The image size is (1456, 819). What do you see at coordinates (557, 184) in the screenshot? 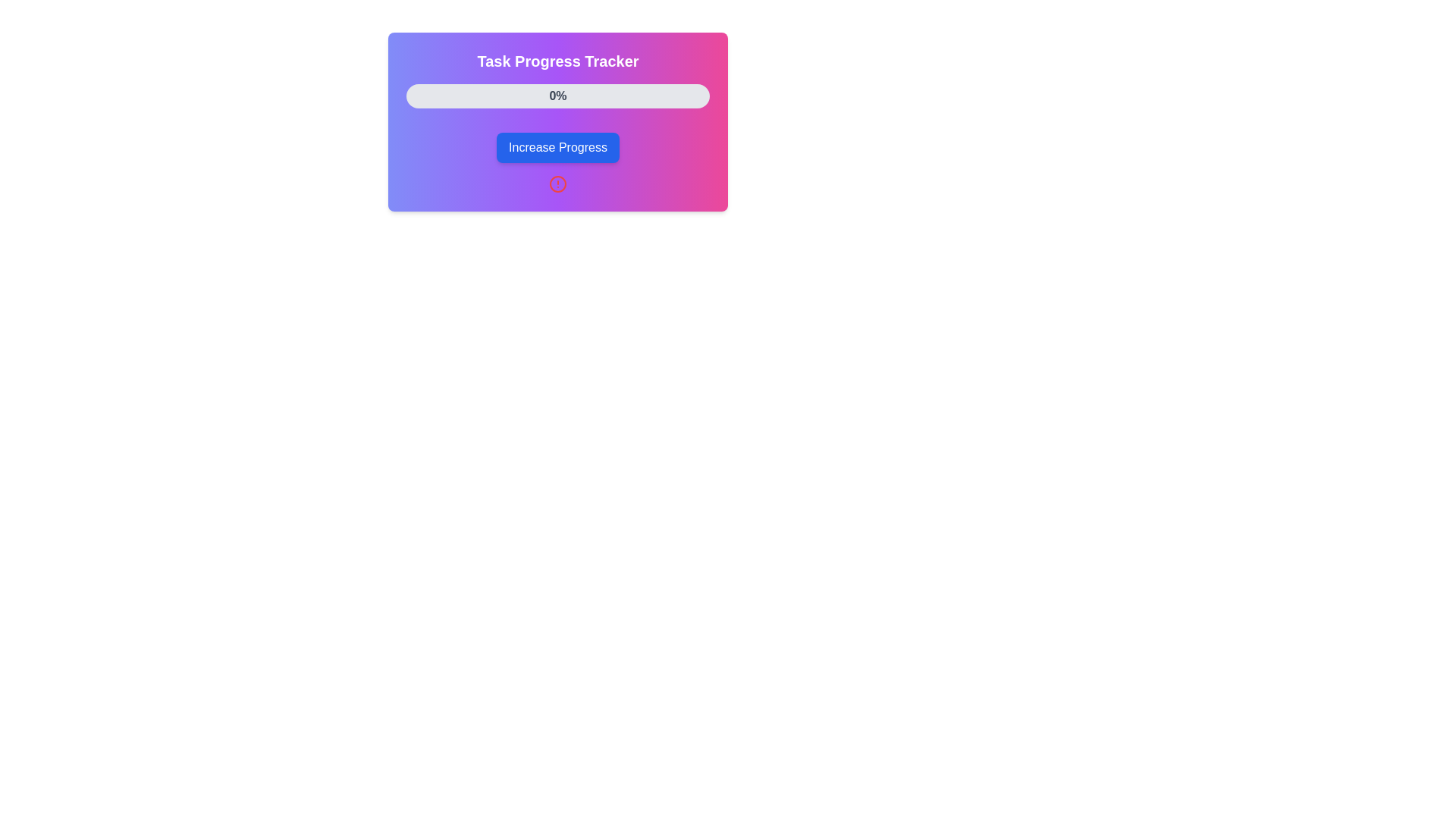
I see `the status indicator icon located directly beneath the blue 'Increase Progress' button, which alerts users to a specific status or message` at bounding box center [557, 184].